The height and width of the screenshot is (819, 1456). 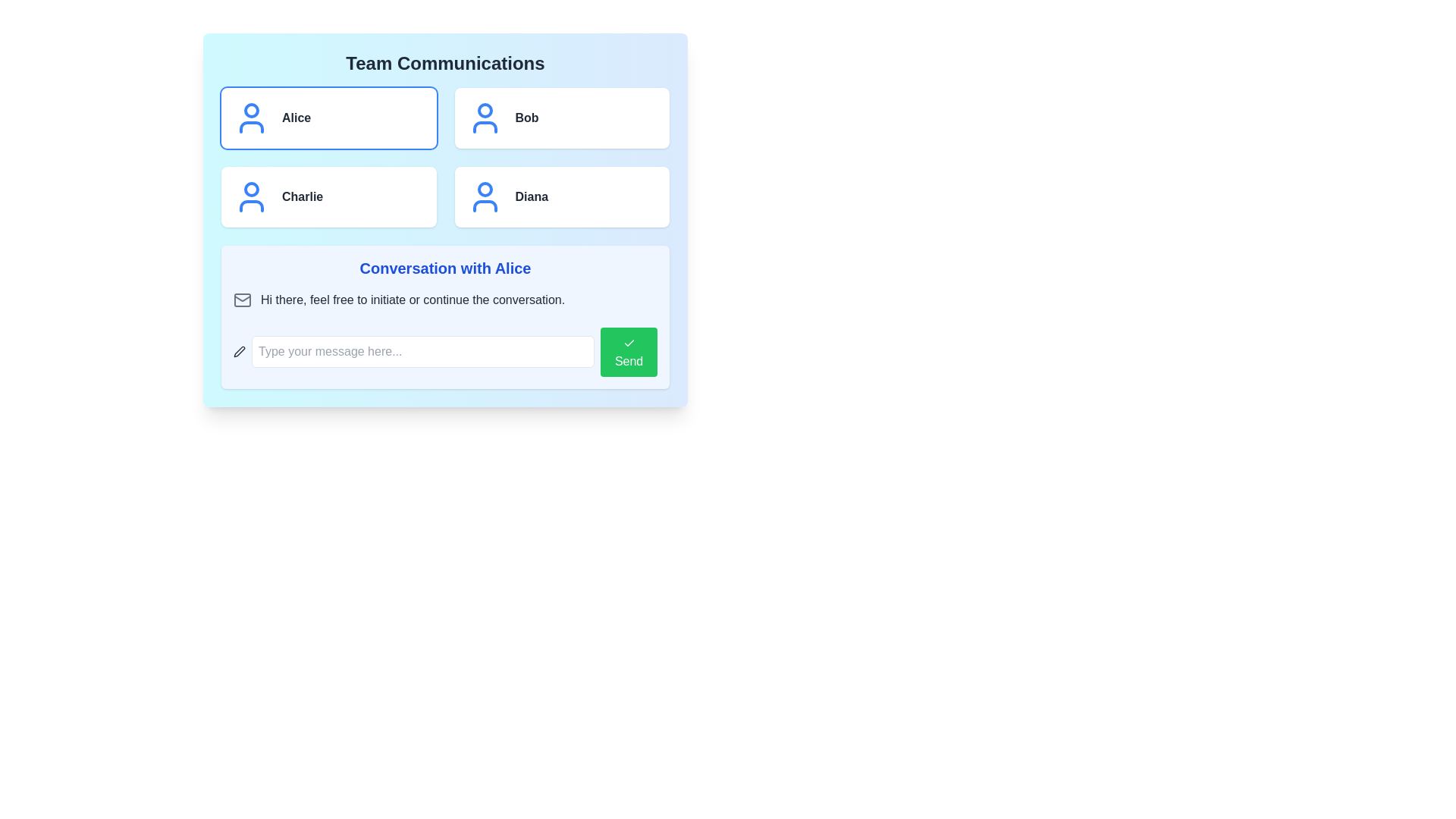 What do you see at coordinates (629, 352) in the screenshot?
I see `the submit button located to the far right of the text input box labeled 'Type your message here...'` at bounding box center [629, 352].